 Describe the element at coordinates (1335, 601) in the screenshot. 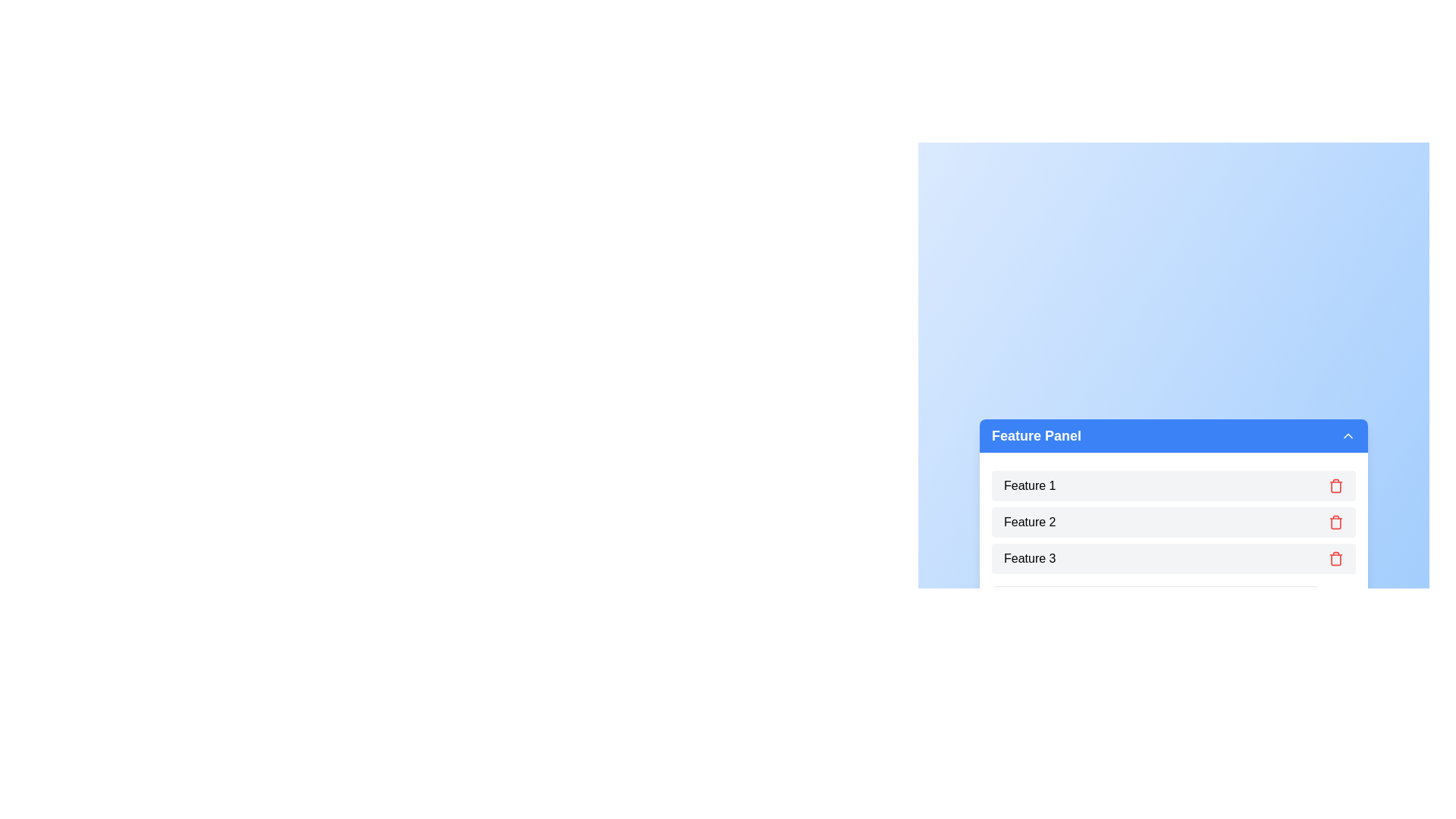

I see `the interactive button located at the bottom-right corner of the 'Feature Panel'` at that location.